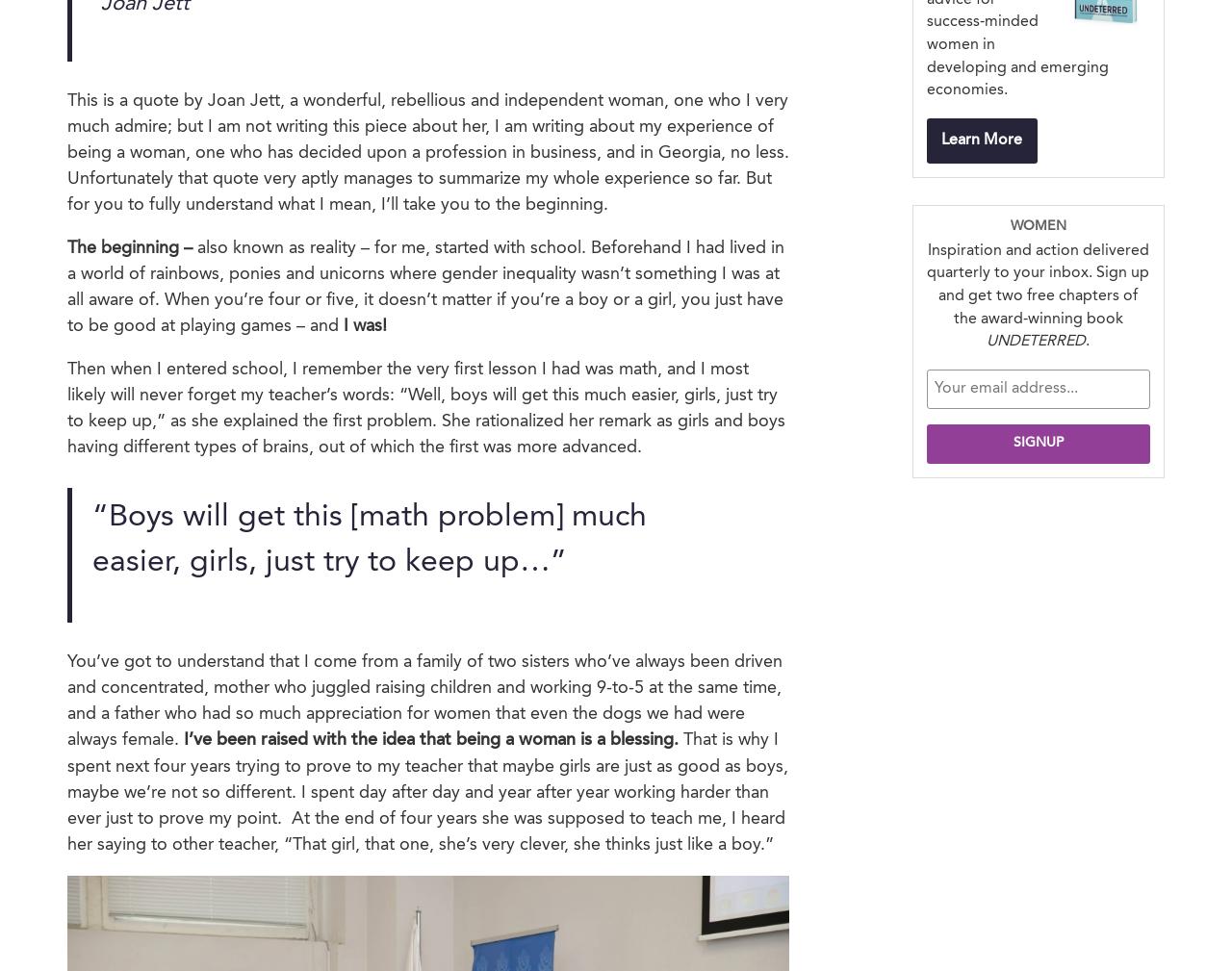 The image size is (1232, 971). What do you see at coordinates (67, 151) in the screenshot?
I see `'This is a quote by Joan Jett, a wonderful, rebellious and independent woman, one who I very much admire; but I am not writing this piece about her, I am writing about my experience of being a woman, one who has decided upon a profession in business, and in Georgia, no less. Unfortunately that quote very aptly manages to summarize my whole experience so far. But for you to fully understand what I mean, I’ll take you to the beginning.'` at bounding box center [67, 151].